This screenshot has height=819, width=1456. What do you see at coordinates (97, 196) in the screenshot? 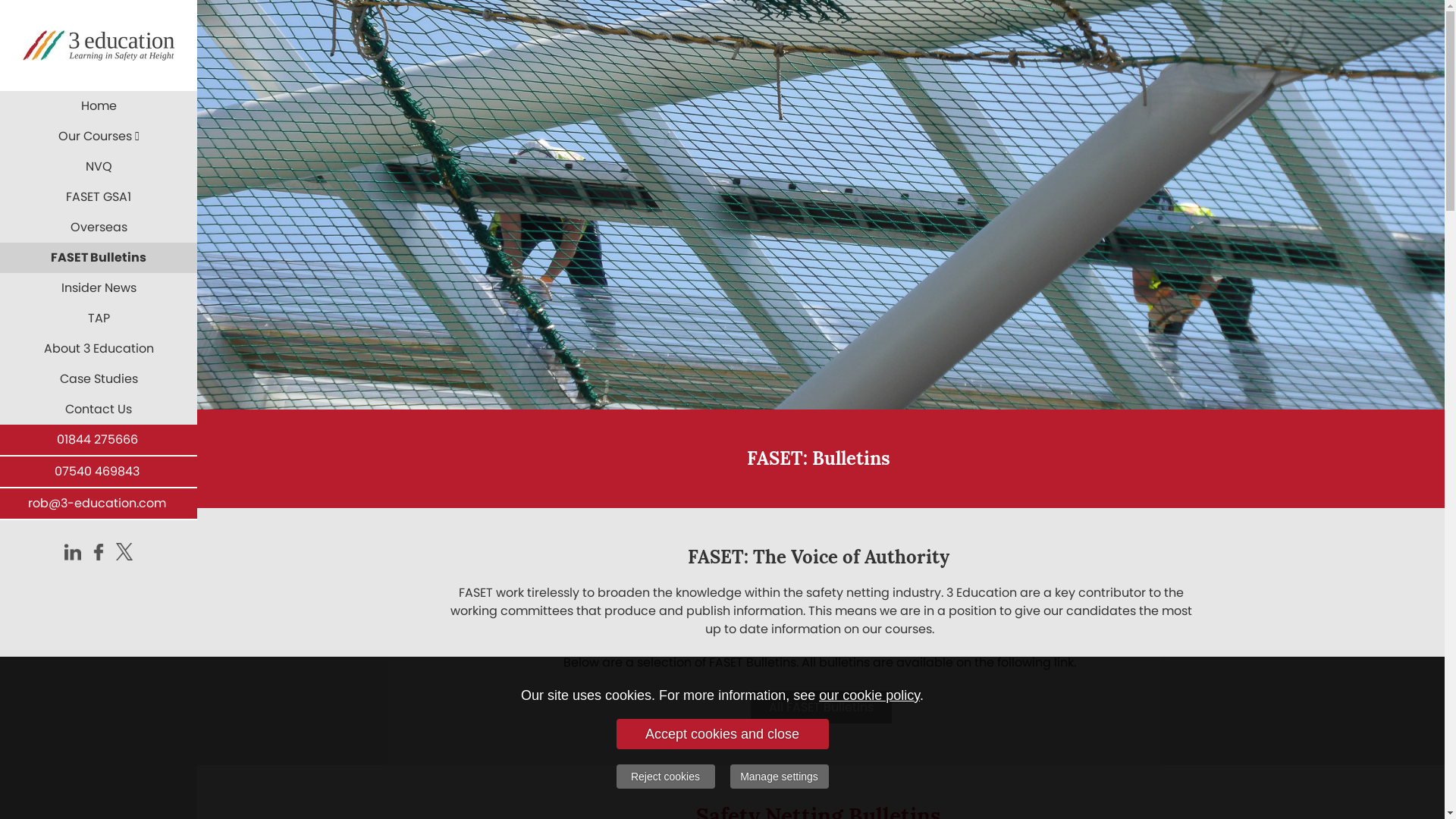
I see `'FASET GSA1'` at bounding box center [97, 196].